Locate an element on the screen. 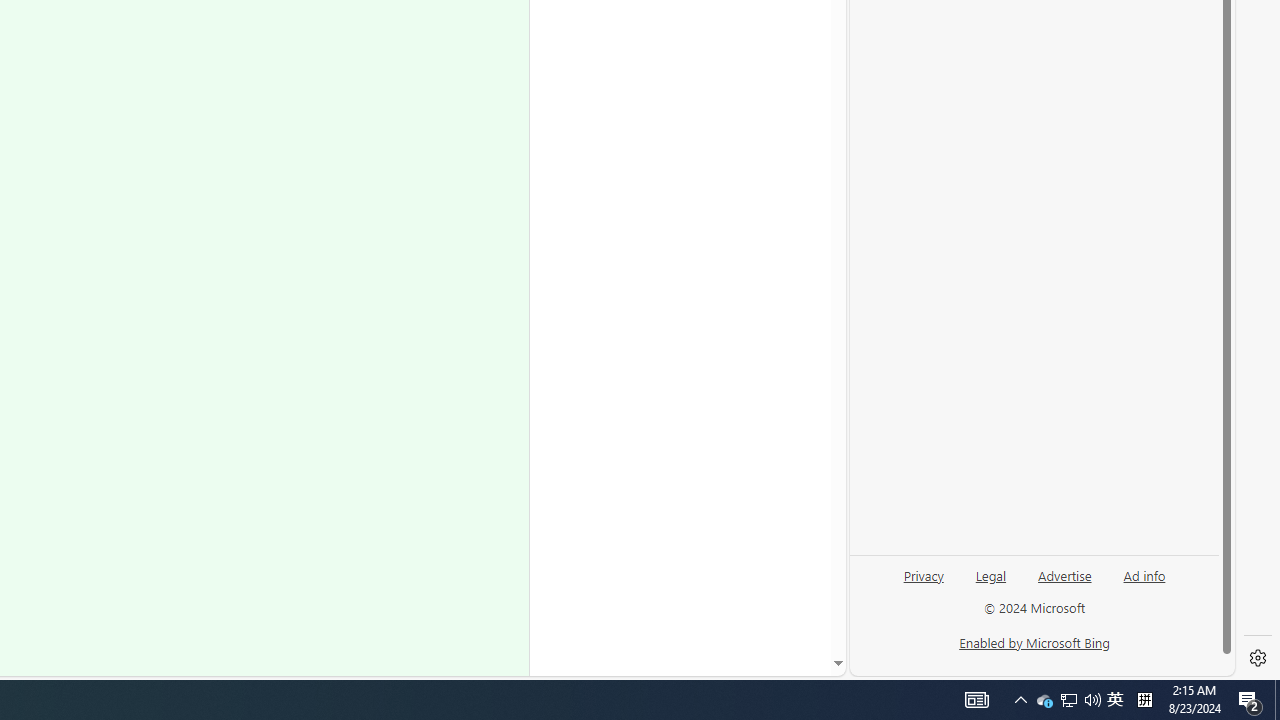 This screenshot has width=1280, height=720. 'Settings' is located at coordinates (1257, 658).